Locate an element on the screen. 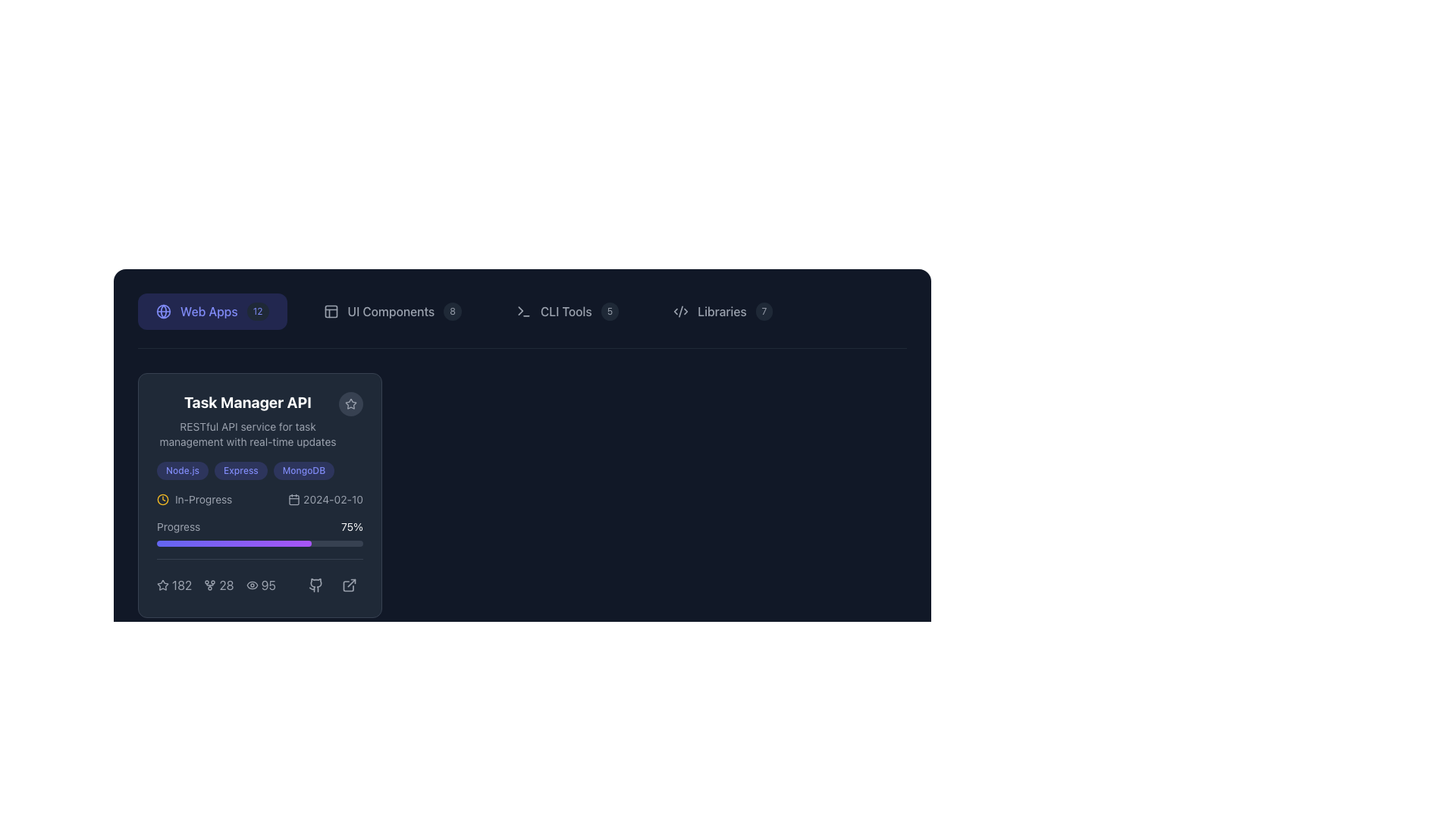 The width and height of the screenshot is (1456, 819). the static text displaying the date '2024-02-10', which is styled in light gray and aligned horizontally, located to the right of a calendar icon within a card-like component is located at coordinates (332, 500).